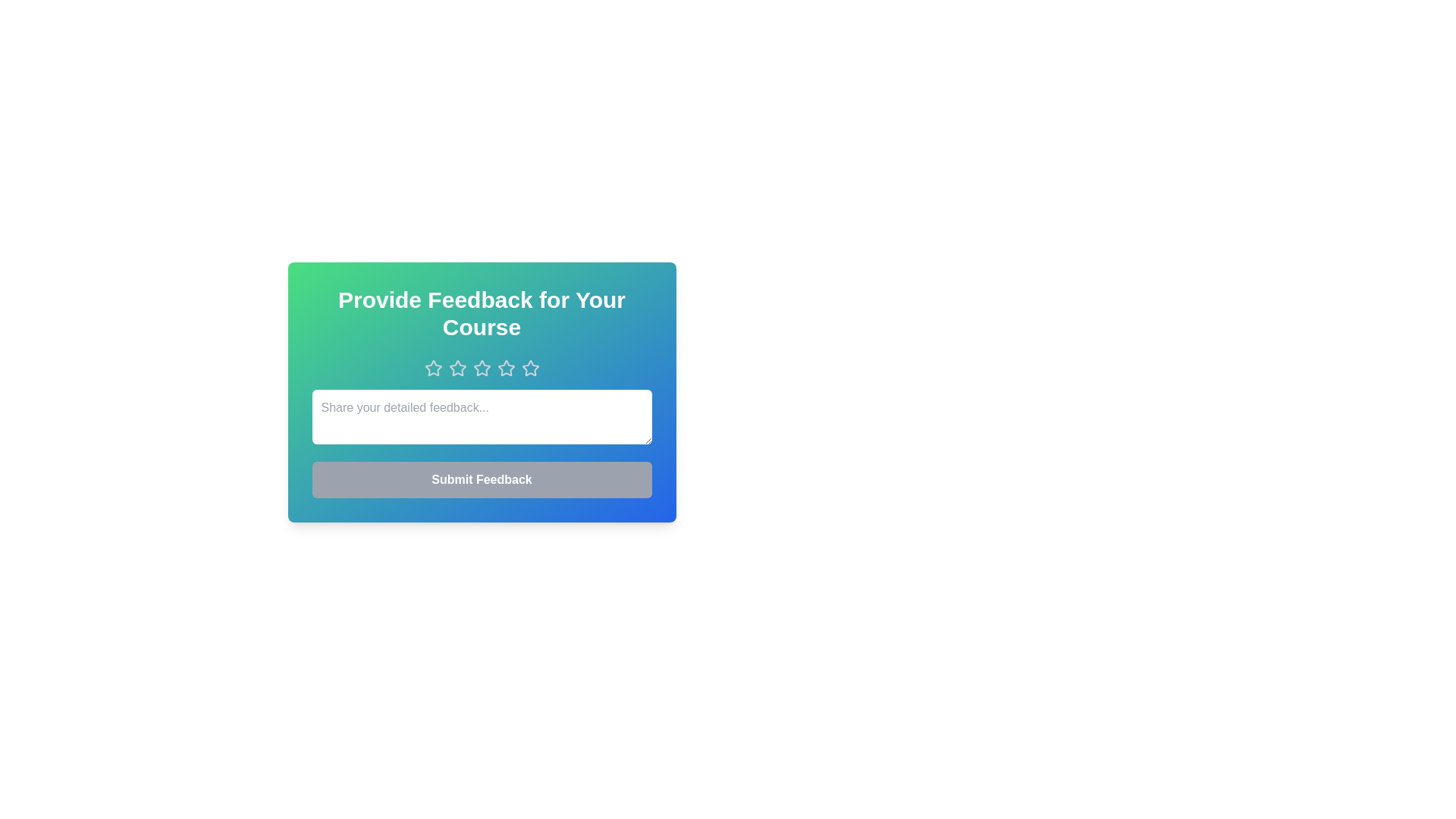 This screenshot has height=819, width=1456. Describe the element at coordinates (506, 369) in the screenshot. I see `the star corresponding to the rating 4 to set it` at that location.